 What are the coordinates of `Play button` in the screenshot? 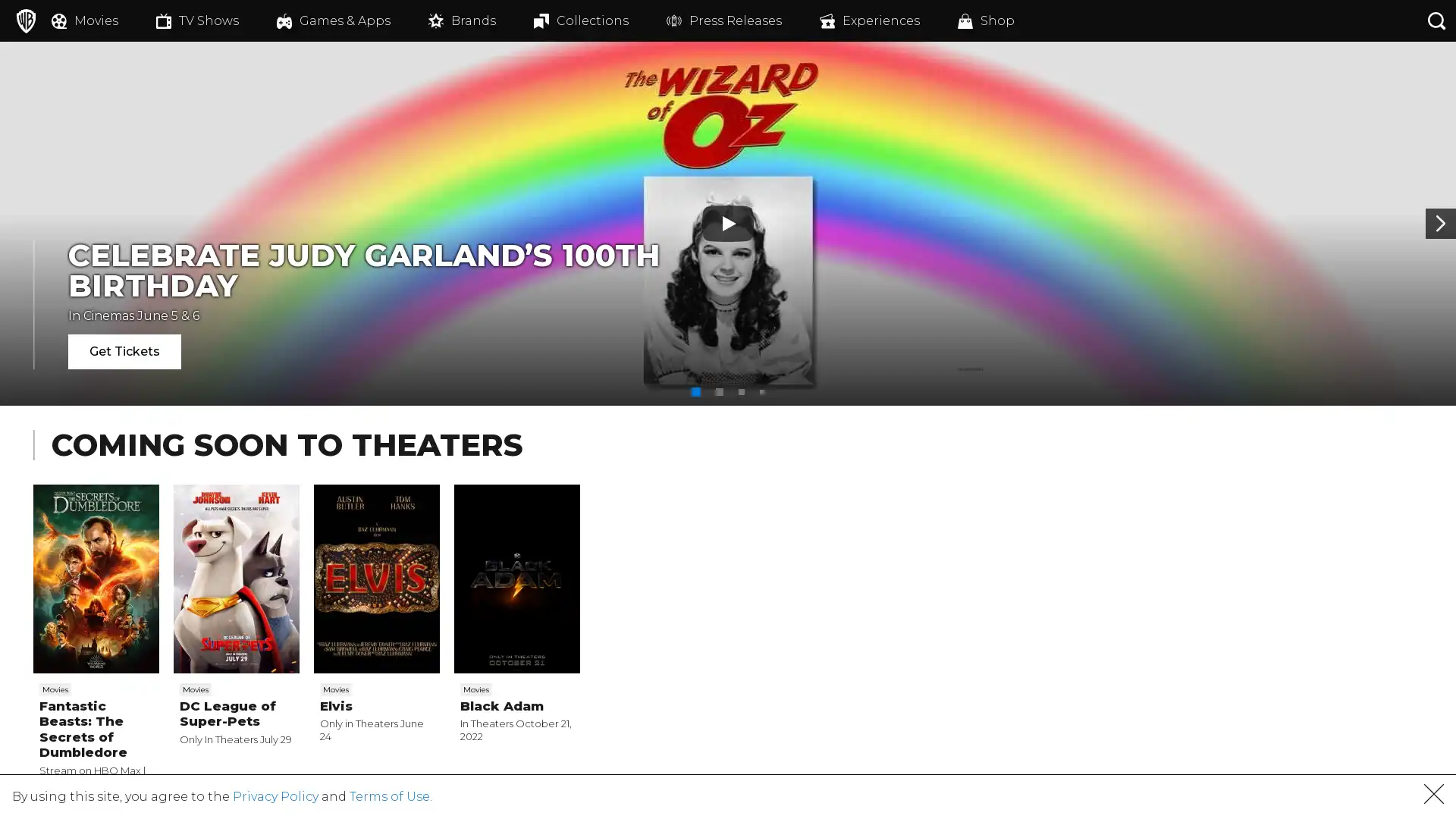 It's located at (728, 223).